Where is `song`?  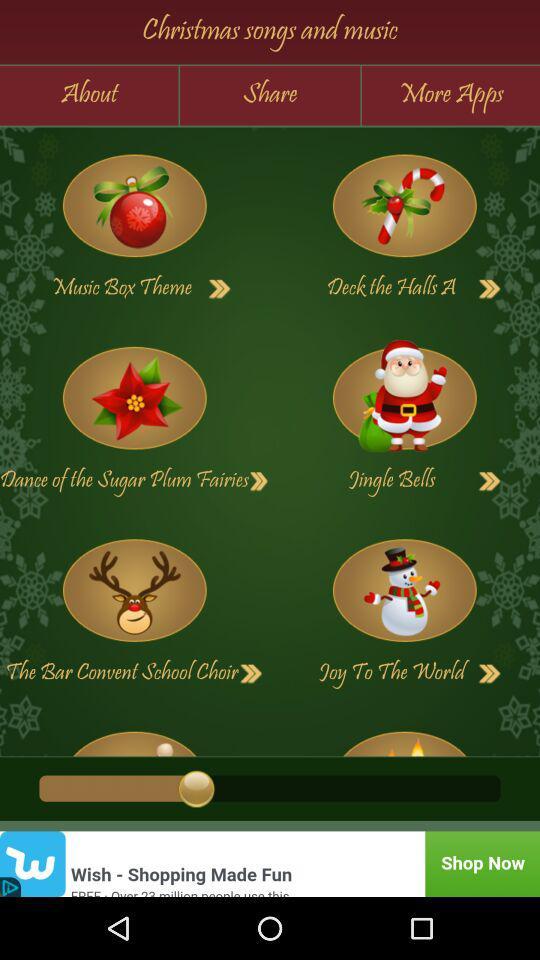
song is located at coordinates (134, 736).